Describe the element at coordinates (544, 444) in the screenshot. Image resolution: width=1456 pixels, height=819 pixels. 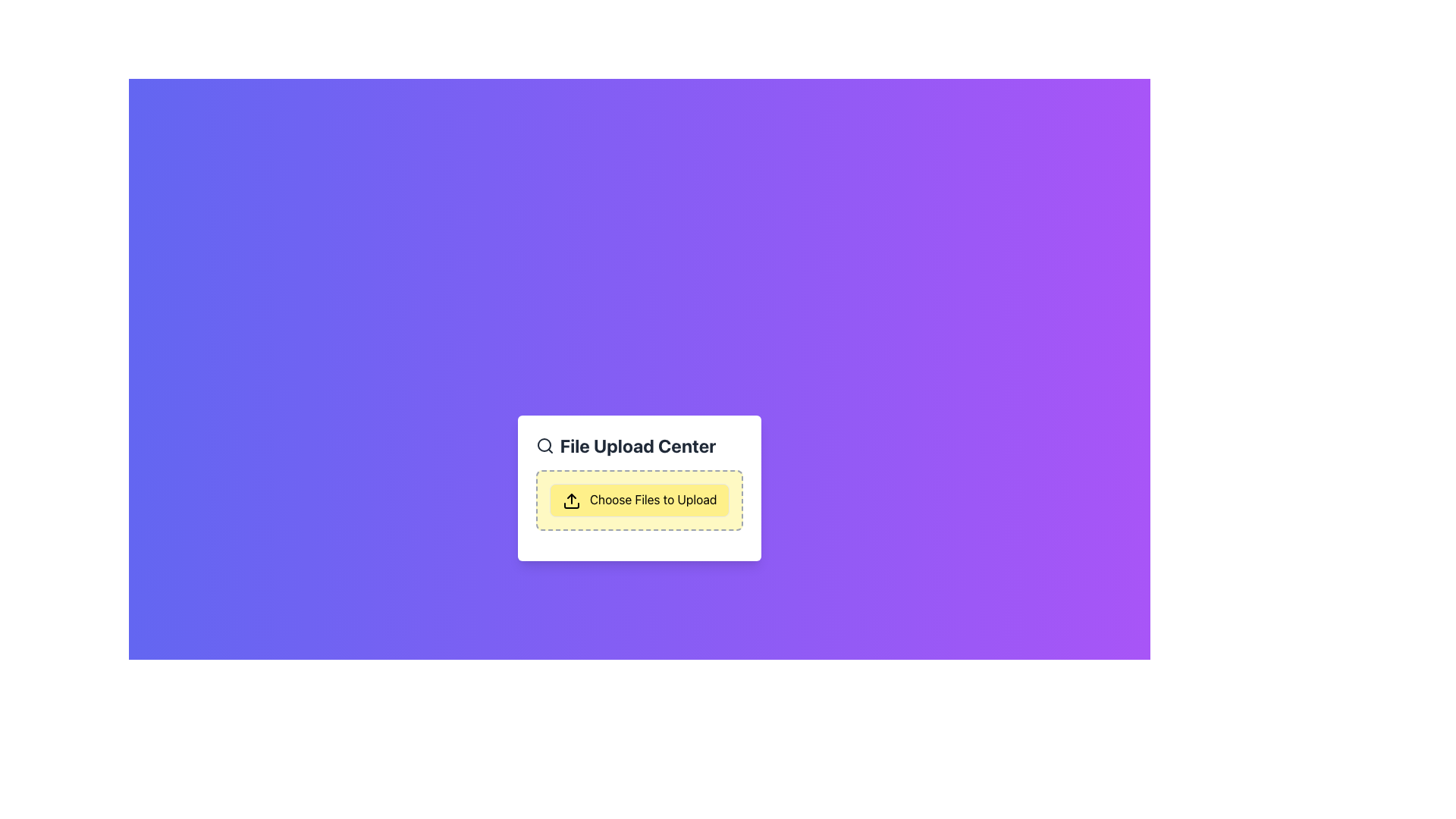
I see `the decorative graphic representing the circle within the magnifying glass symbol, which denotes search functionality, located to the left of the 'File Upload Center' text` at that location.